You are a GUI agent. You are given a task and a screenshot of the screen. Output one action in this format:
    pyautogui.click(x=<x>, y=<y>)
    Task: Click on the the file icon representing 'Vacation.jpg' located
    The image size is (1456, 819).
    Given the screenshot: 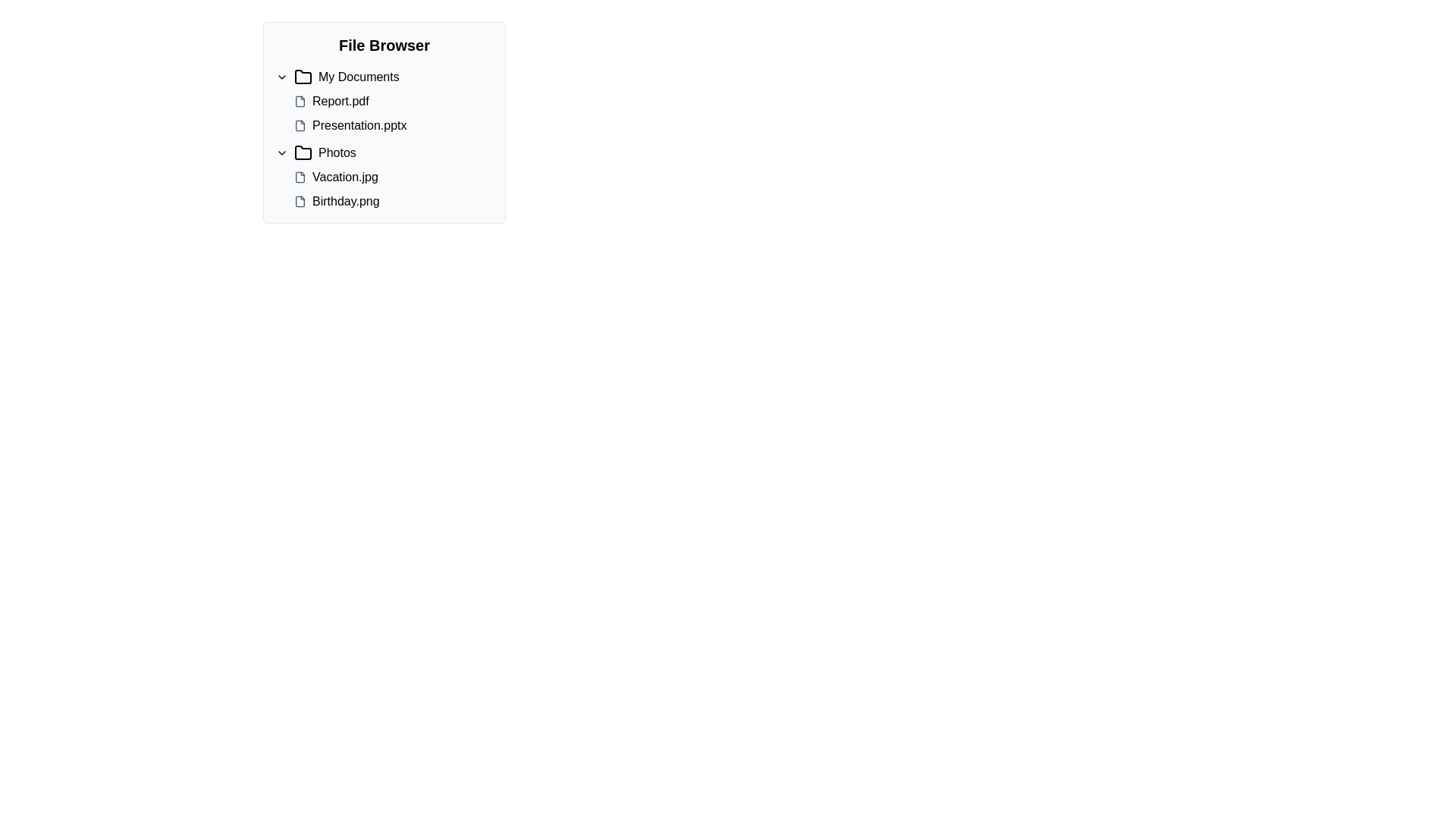 What is the action you would take?
    pyautogui.click(x=300, y=177)
    